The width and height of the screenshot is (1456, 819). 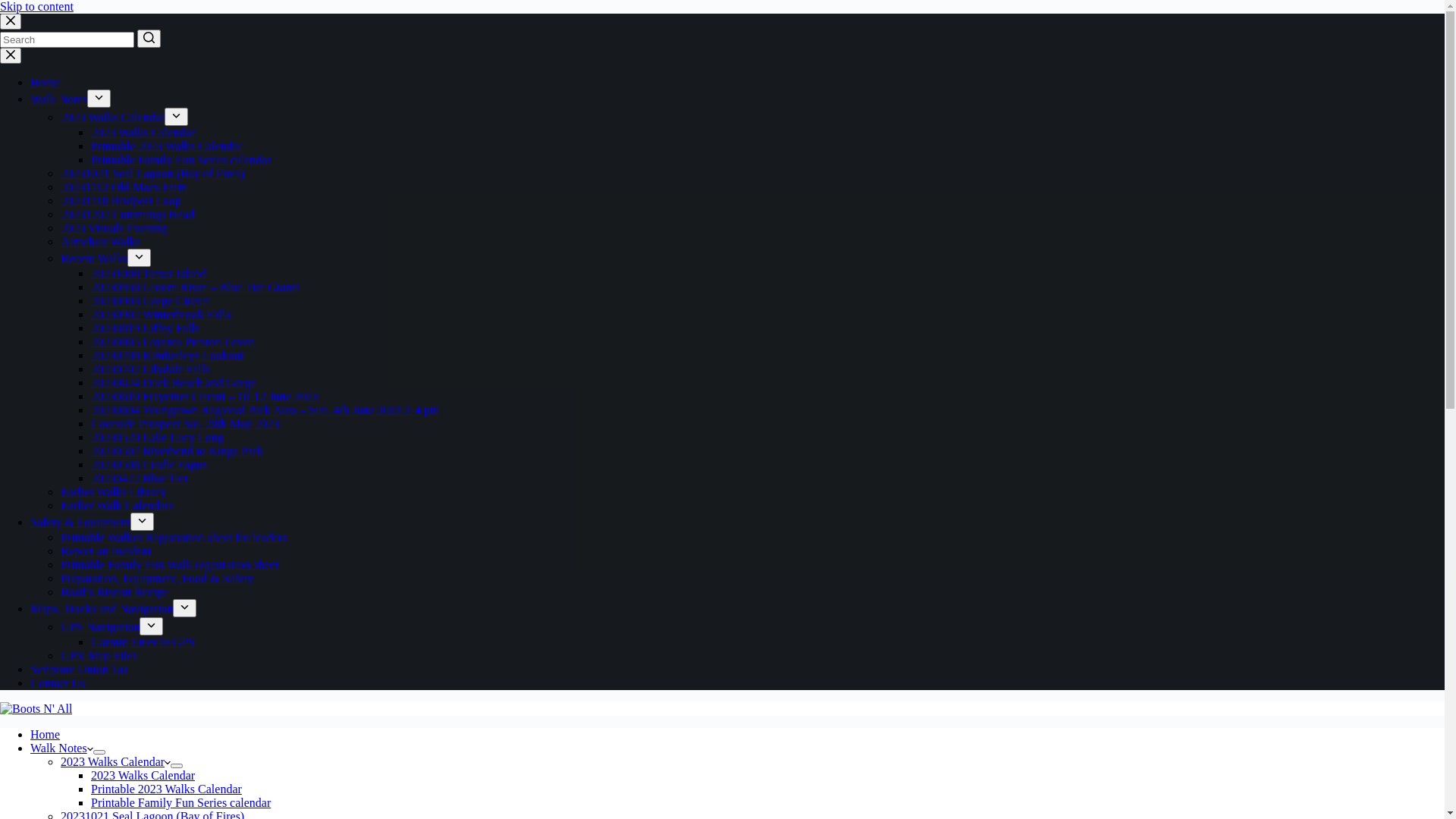 What do you see at coordinates (45, 82) in the screenshot?
I see `'Home'` at bounding box center [45, 82].